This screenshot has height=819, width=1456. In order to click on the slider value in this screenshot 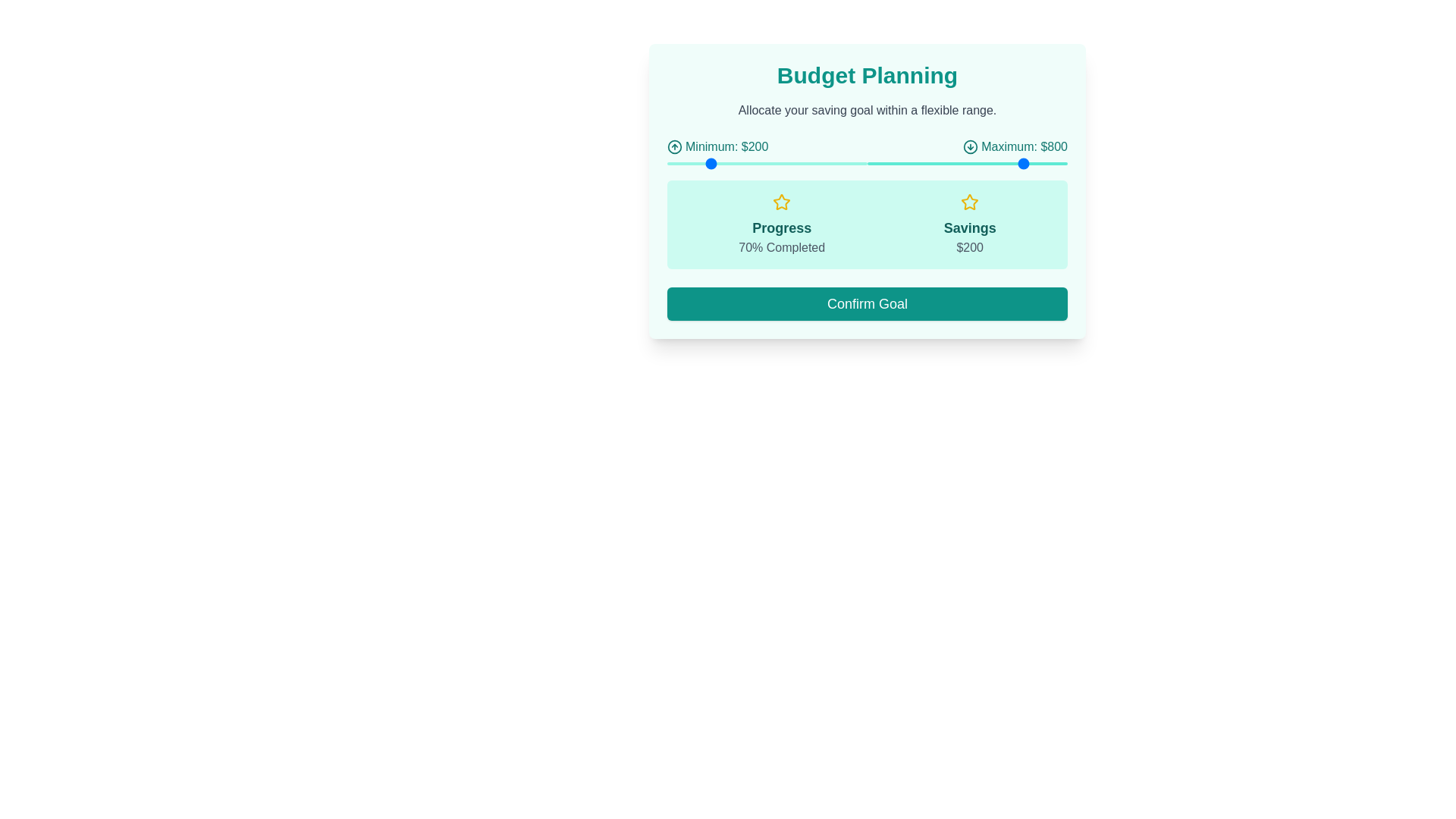, I will do `click(767, 164)`.